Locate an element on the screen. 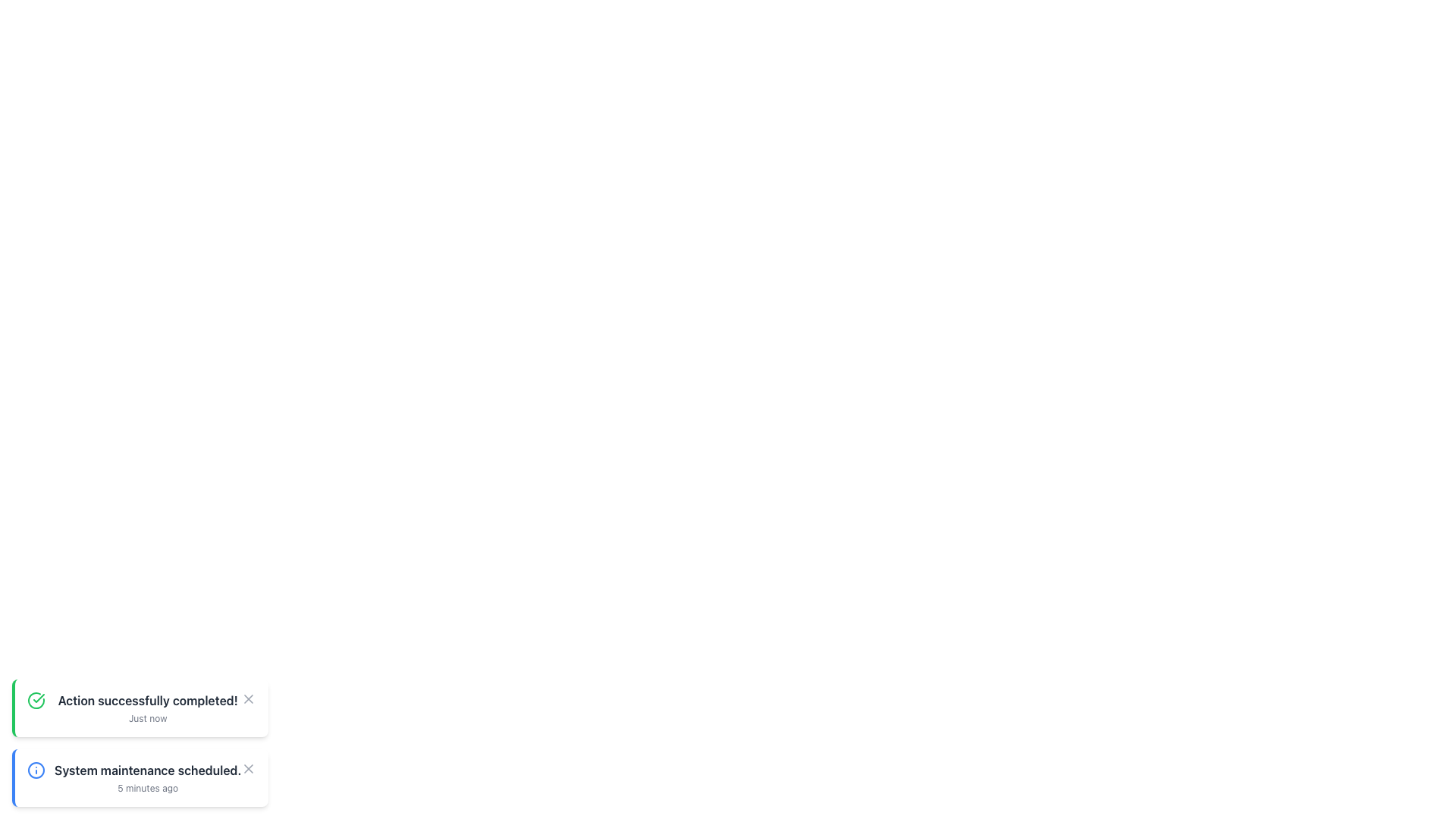 The image size is (1456, 819). the primary message text element for the notification about scheduled system maintenance, located at the lower part of the interface is located at coordinates (148, 770).